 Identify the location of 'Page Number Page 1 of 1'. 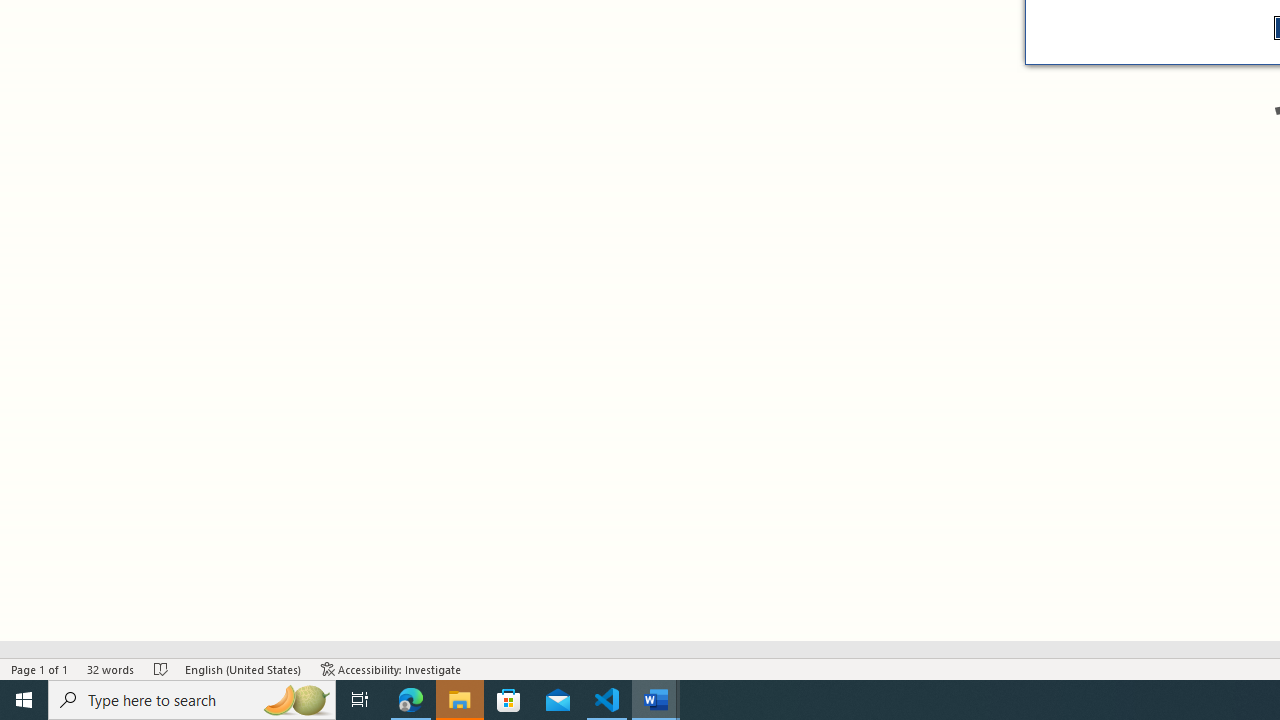
(40, 669).